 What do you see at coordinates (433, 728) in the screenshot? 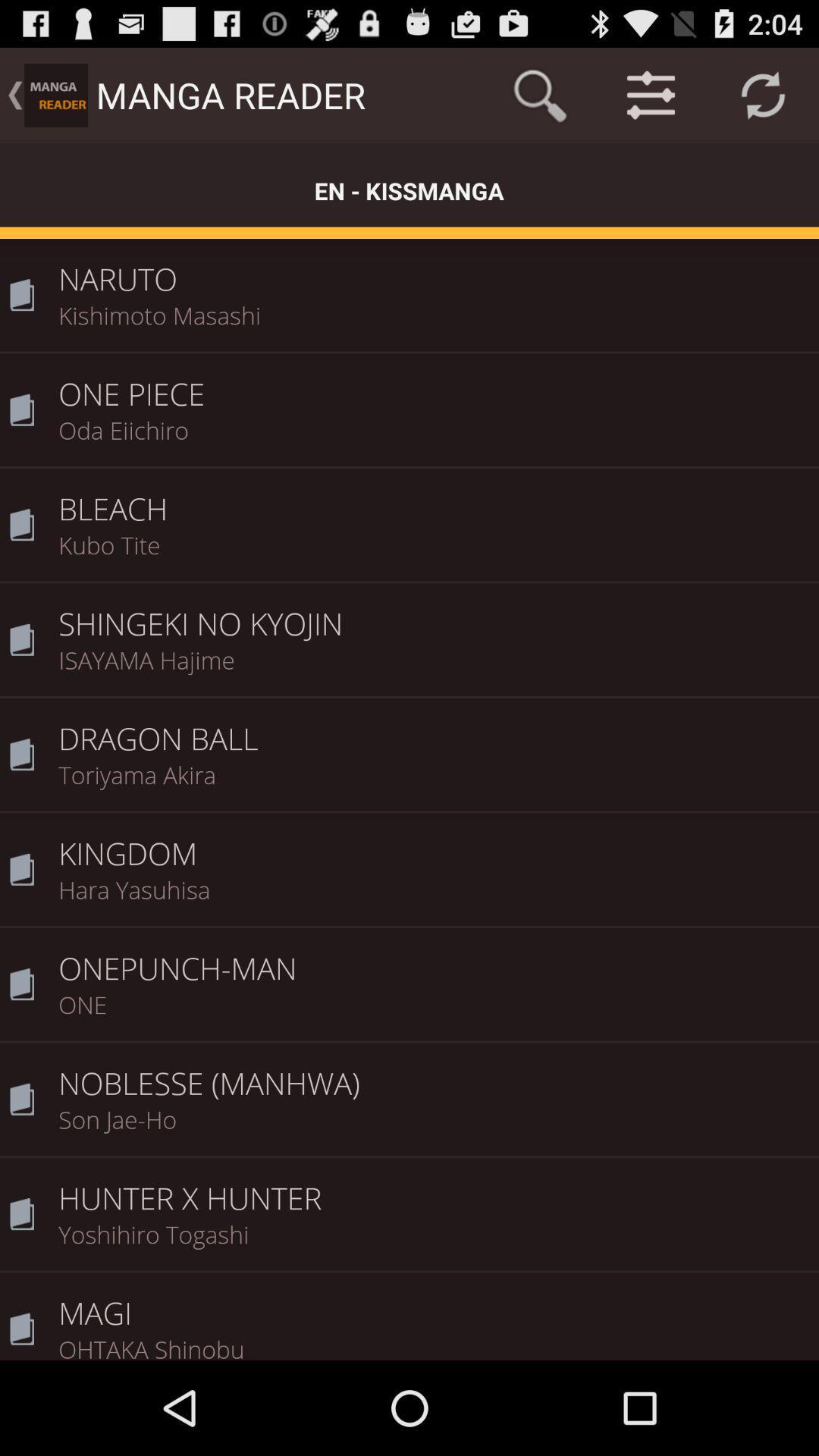
I see `the item above toriyama akira icon` at bounding box center [433, 728].